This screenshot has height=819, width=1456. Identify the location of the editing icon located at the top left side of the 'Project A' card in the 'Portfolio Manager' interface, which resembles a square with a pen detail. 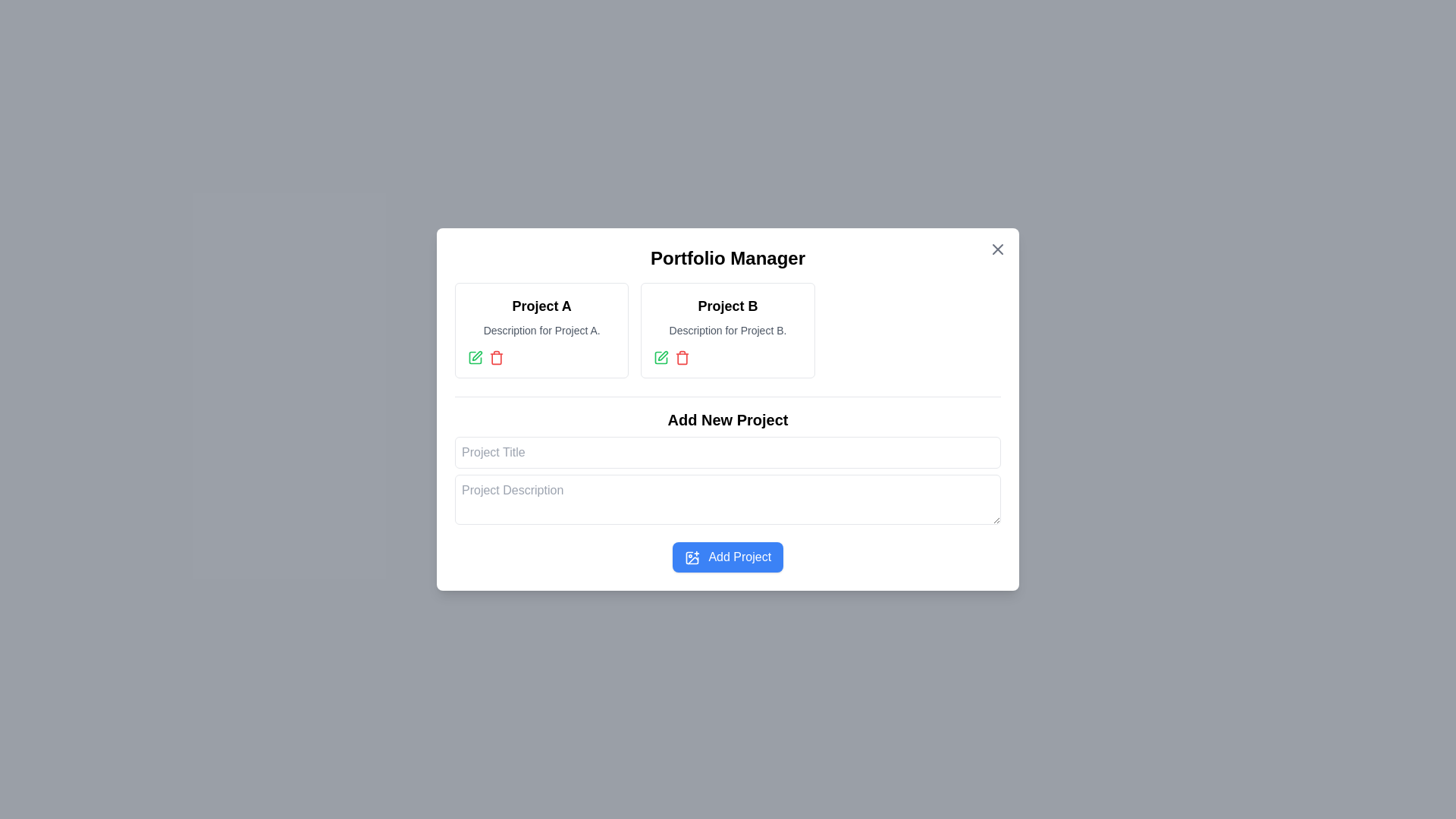
(661, 357).